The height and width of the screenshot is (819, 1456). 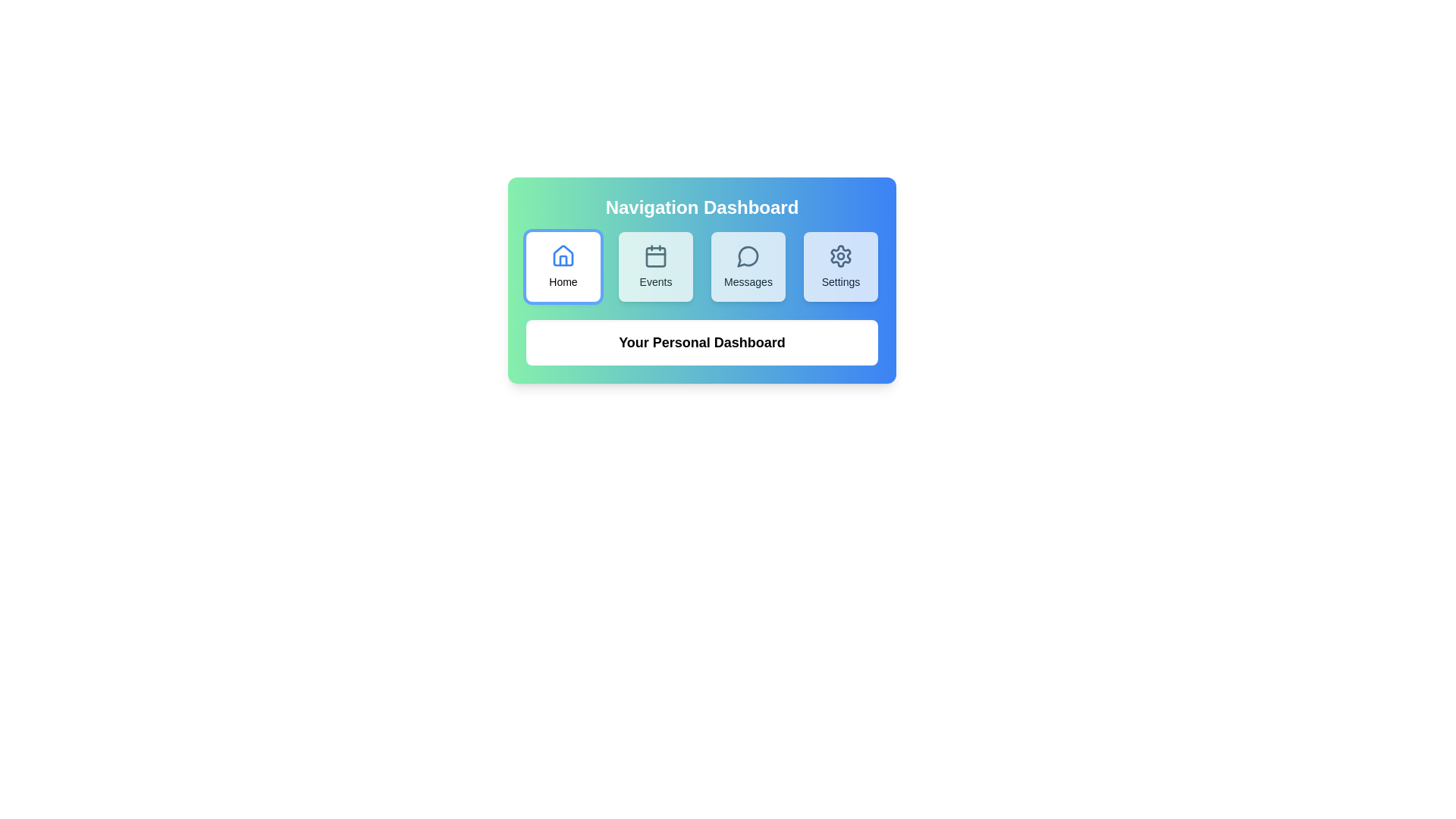 I want to click on the circular chat bubble icon within the 'Messages' section of the navigation dashboard, so click(x=748, y=256).